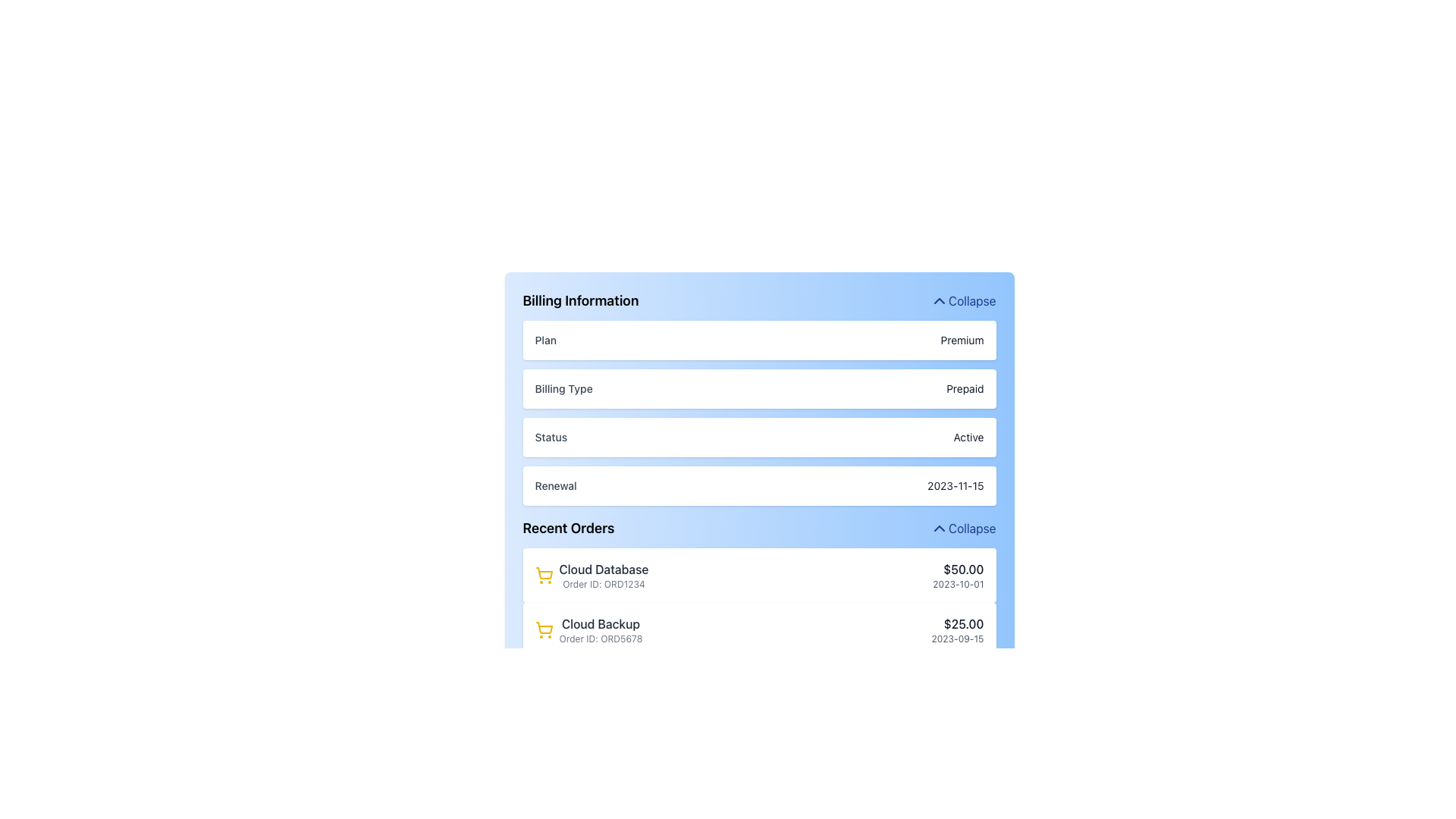  I want to click on the Information display panel for the recent order summary located in the 'Recent Orders' section under 'Billing Information', so click(759, 576).